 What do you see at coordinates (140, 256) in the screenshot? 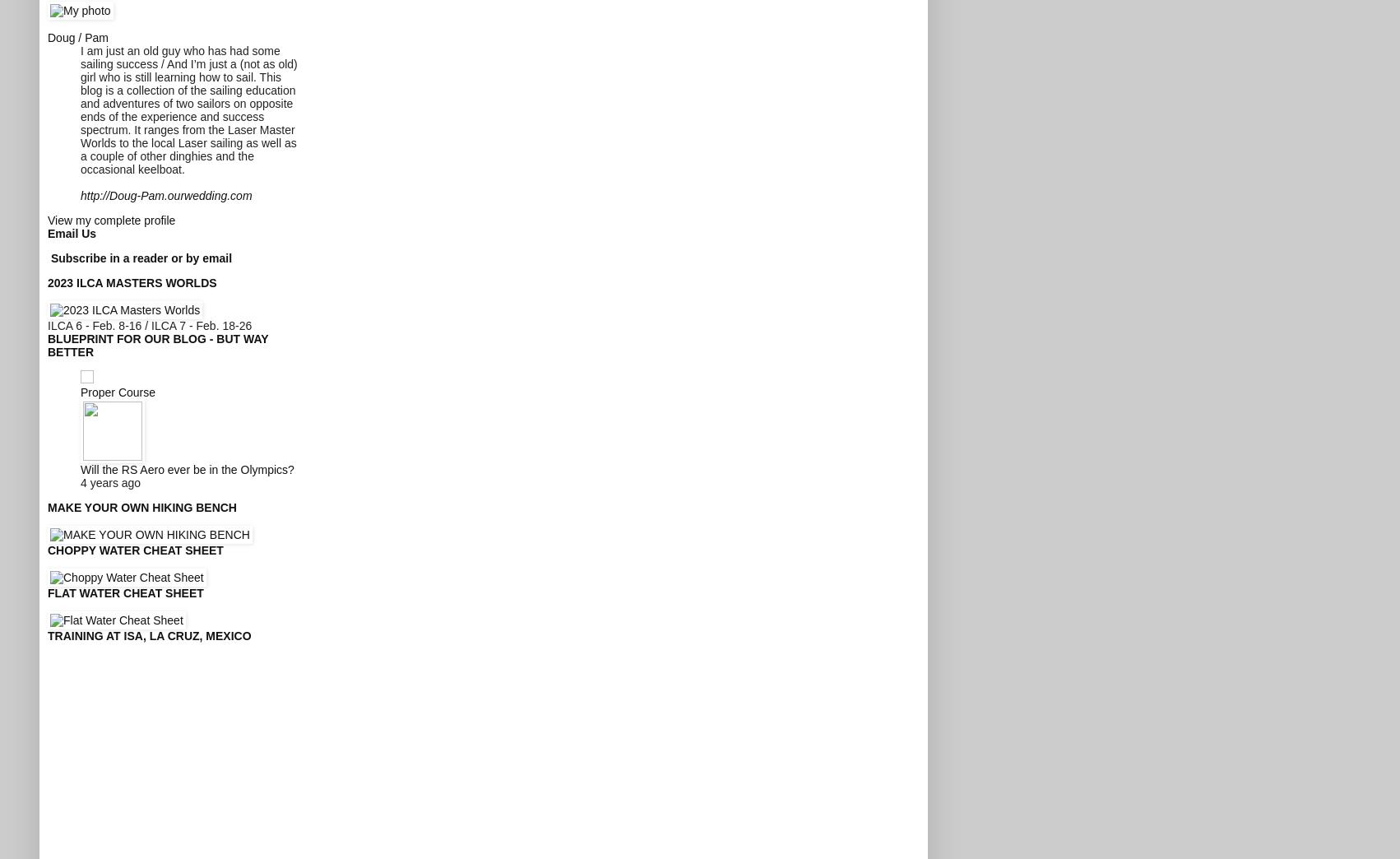
I see `'Subscribe in a reader or by email'` at bounding box center [140, 256].